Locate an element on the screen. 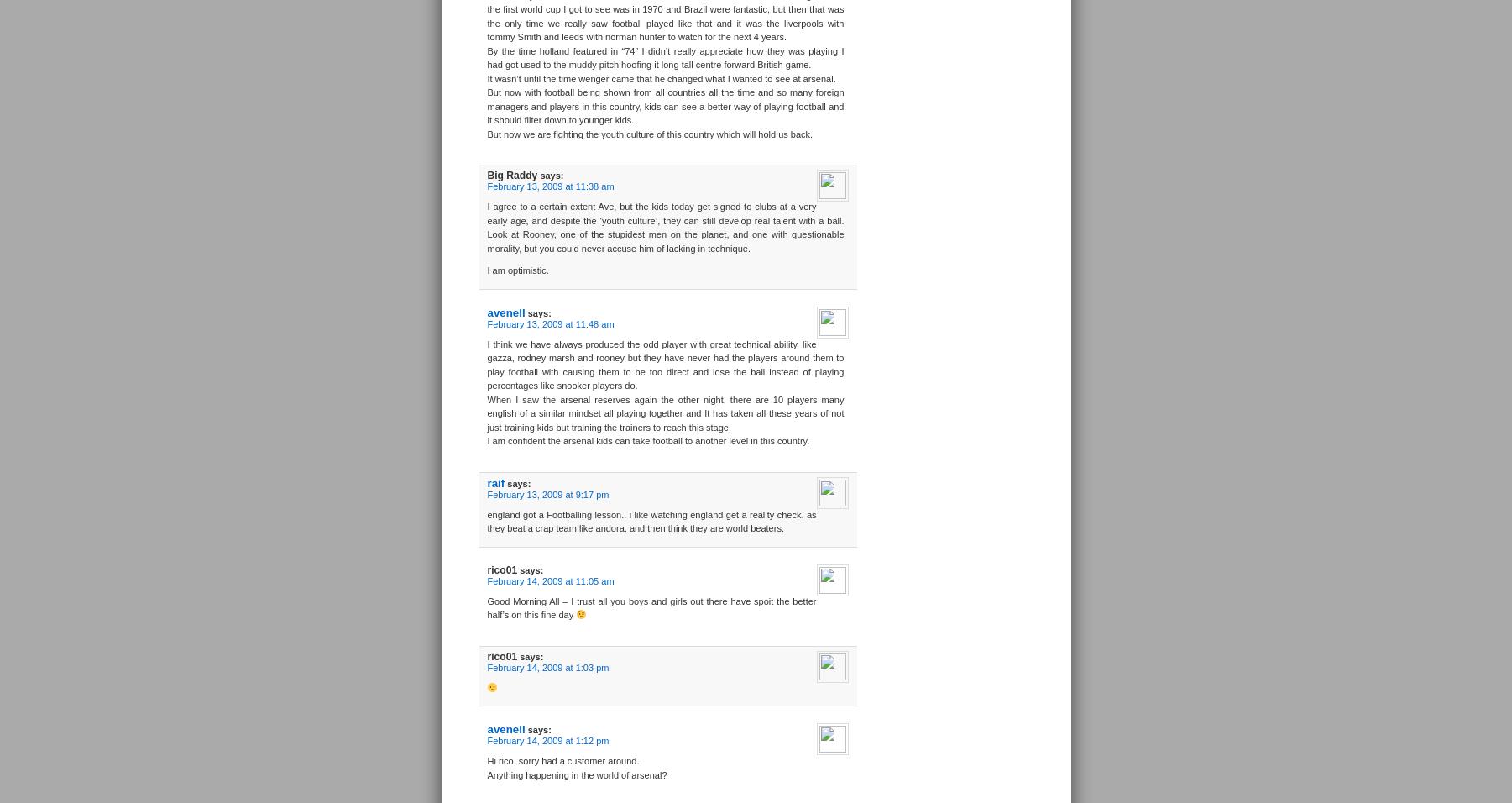 This screenshot has width=1512, height=803. 'It wasn’t until the time wenger came that he changed what I wanted to see at arsenal.' is located at coordinates (661, 77).